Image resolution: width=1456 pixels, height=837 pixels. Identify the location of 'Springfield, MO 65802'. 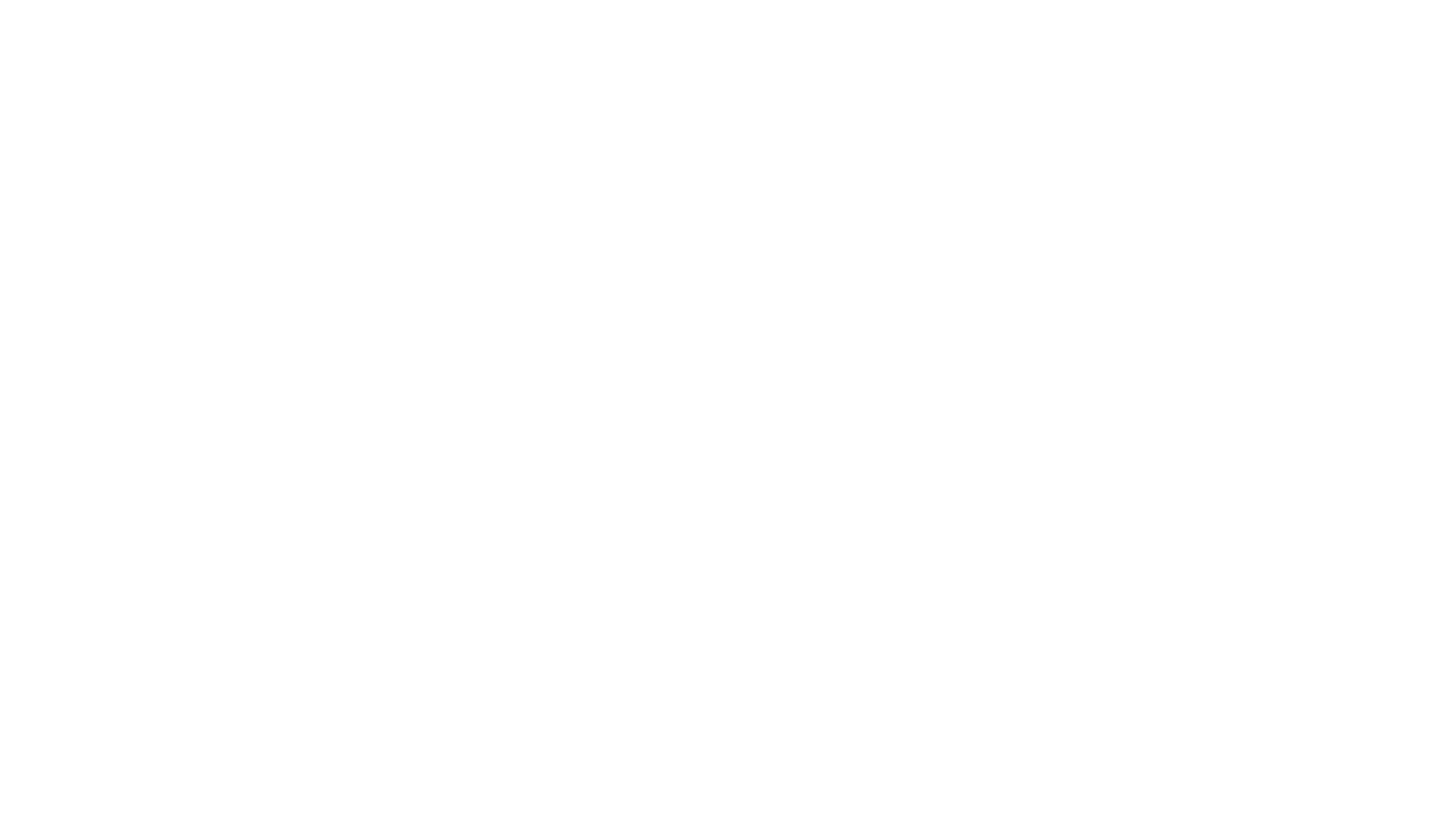
(660, 446).